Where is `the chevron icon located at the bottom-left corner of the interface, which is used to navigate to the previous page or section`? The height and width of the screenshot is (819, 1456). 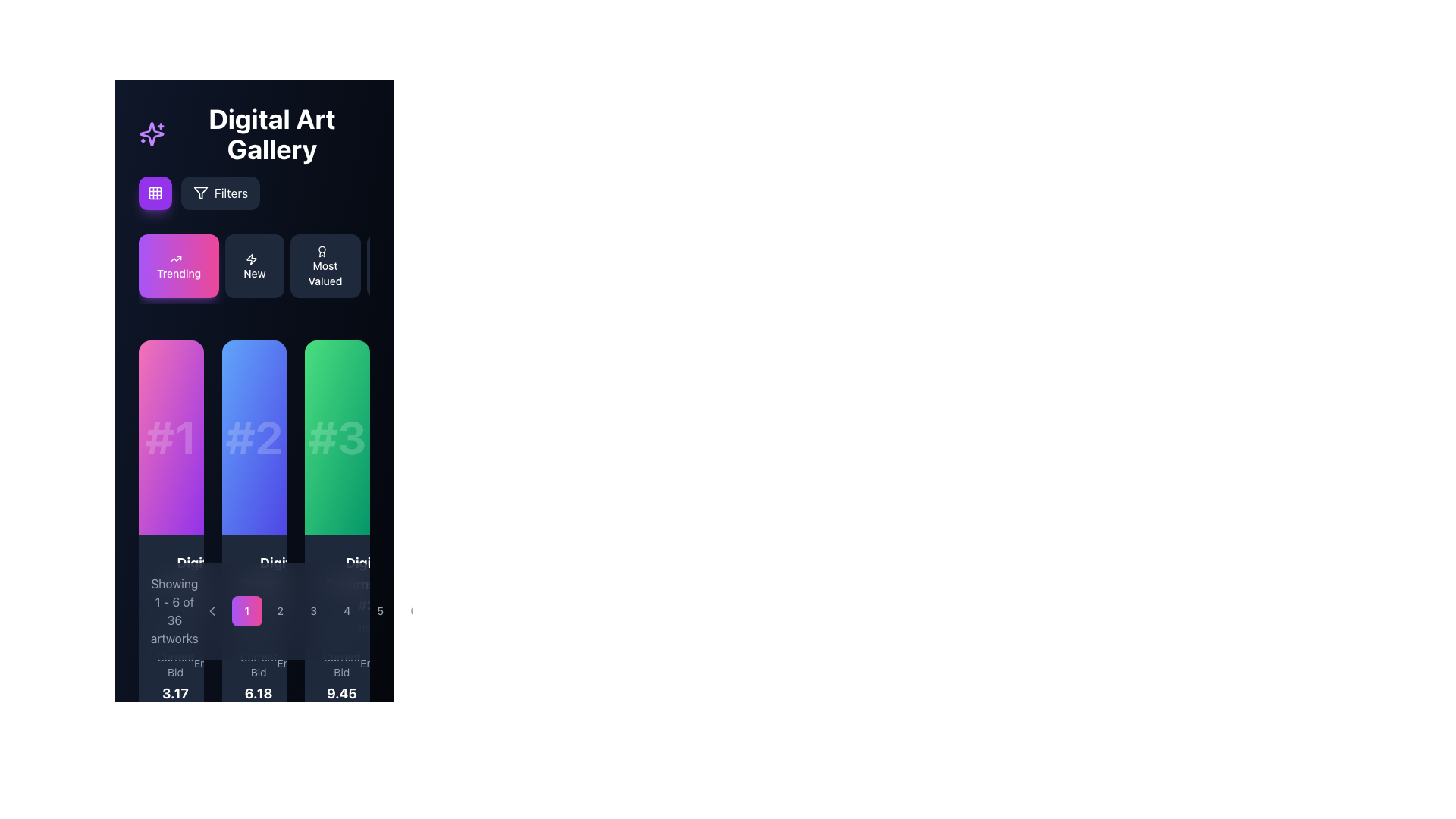 the chevron icon located at the bottom-left corner of the interface, which is used to navigate to the previous page or section is located at coordinates (211, 610).